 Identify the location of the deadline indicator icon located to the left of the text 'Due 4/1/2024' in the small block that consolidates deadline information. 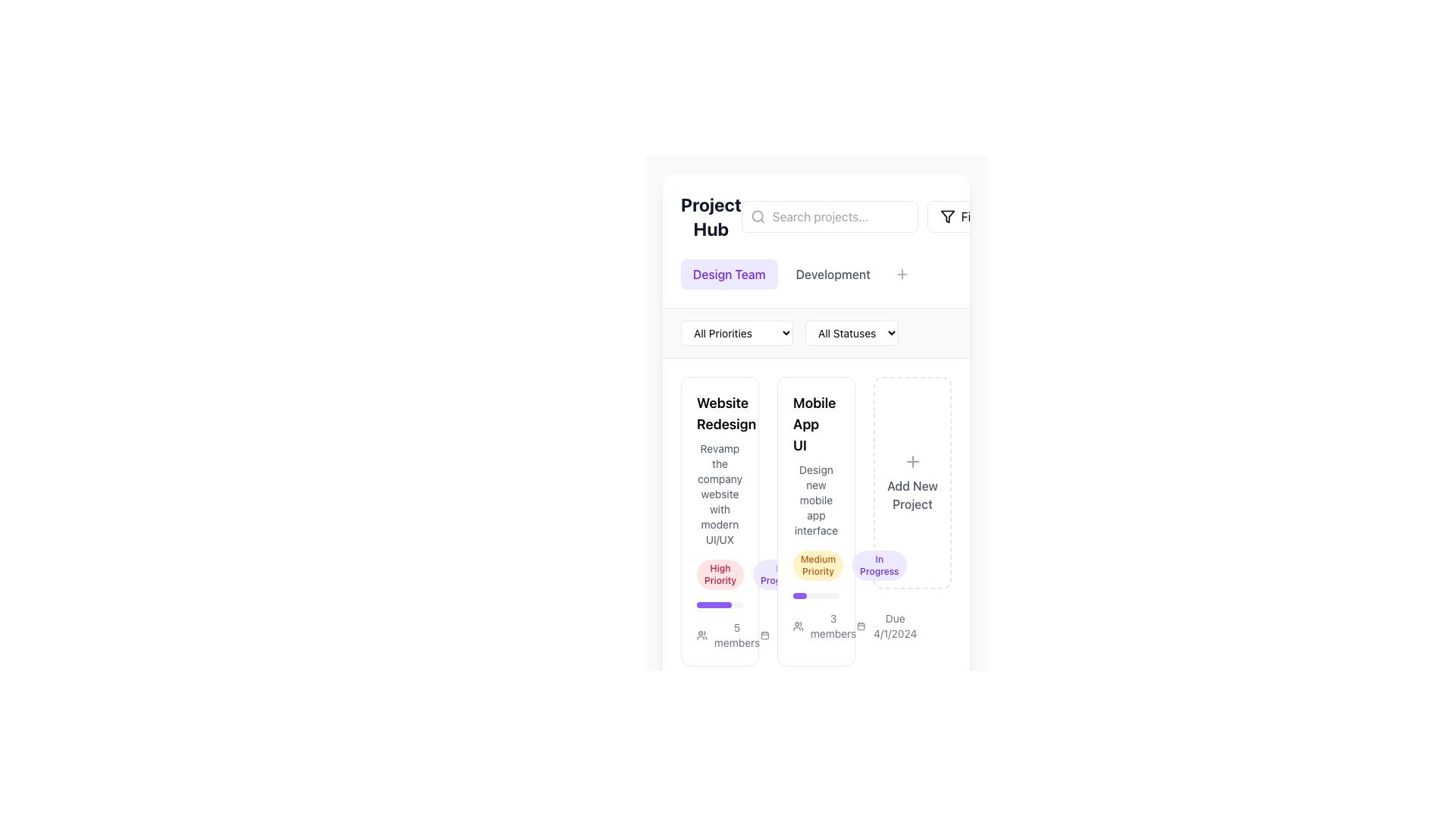
(861, 626).